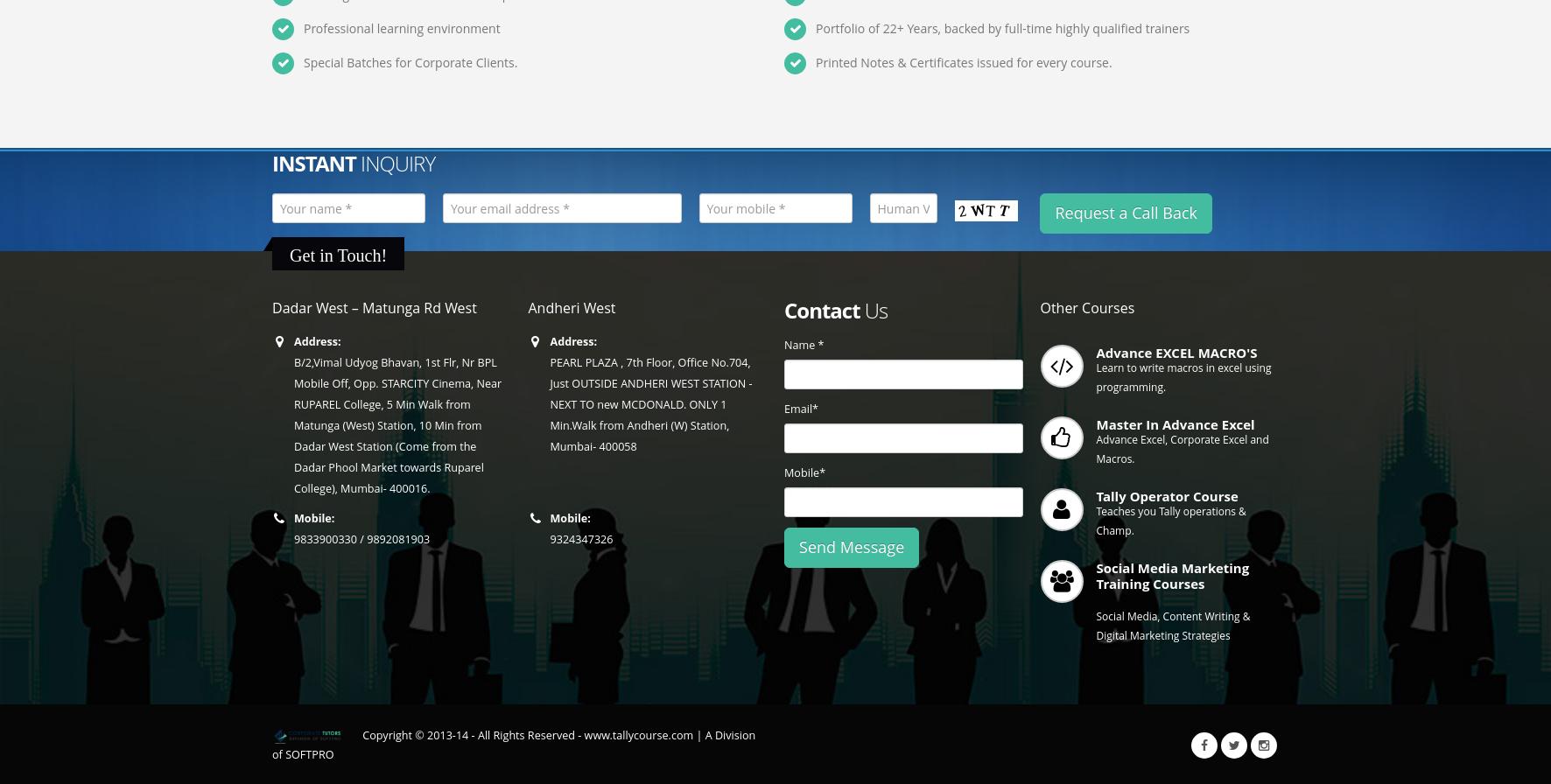 This screenshot has height=784, width=1551. What do you see at coordinates (530, 734) in the screenshot?
I see `'Copyright © 2013-14 - All Rights Reserved - www.tallycourse.com |'` at bounding box center [530, 734].